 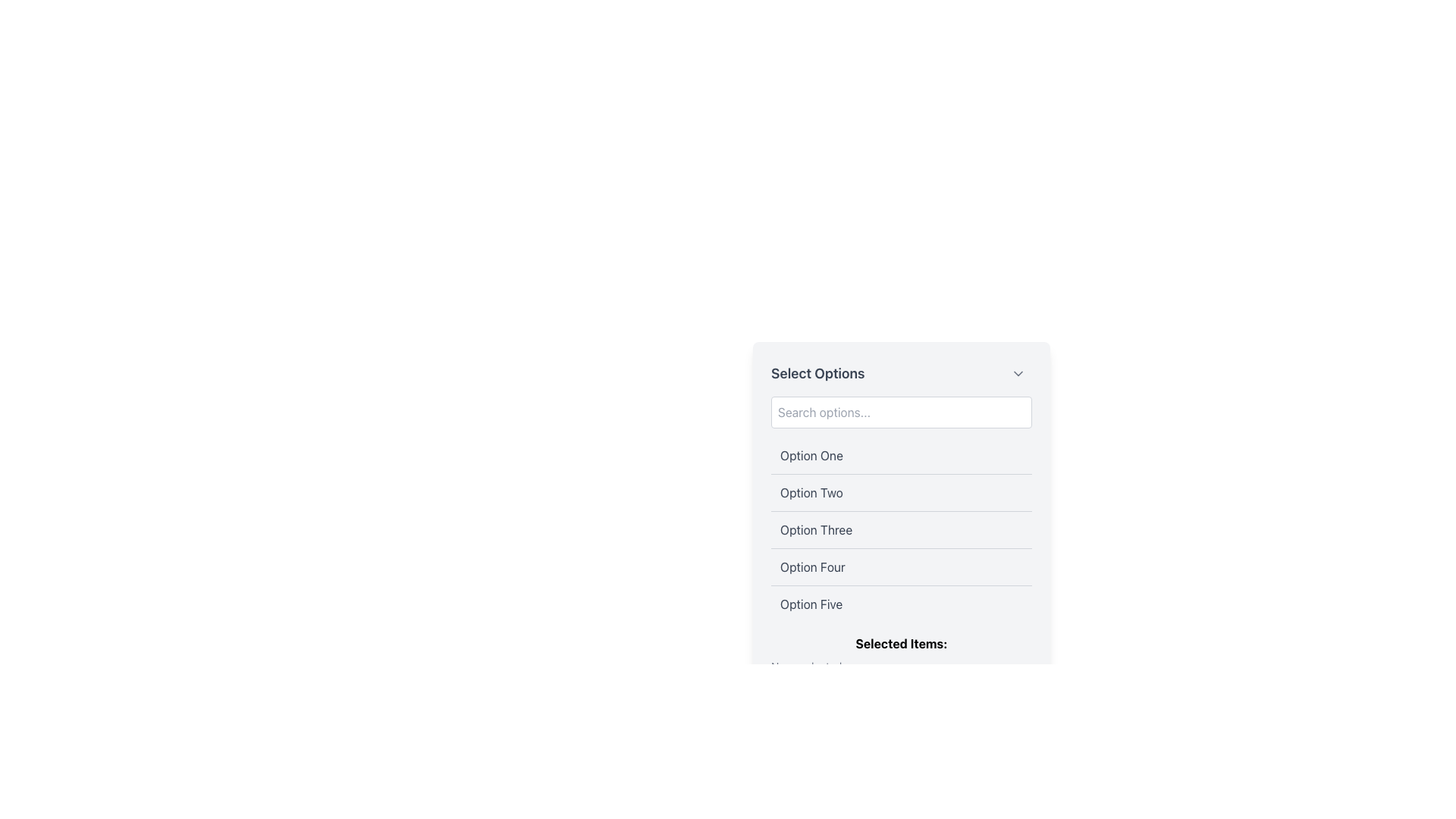 I want to click on the button located in the top-right corner of the 'Select Options' section, so click(x=1018, y=374).